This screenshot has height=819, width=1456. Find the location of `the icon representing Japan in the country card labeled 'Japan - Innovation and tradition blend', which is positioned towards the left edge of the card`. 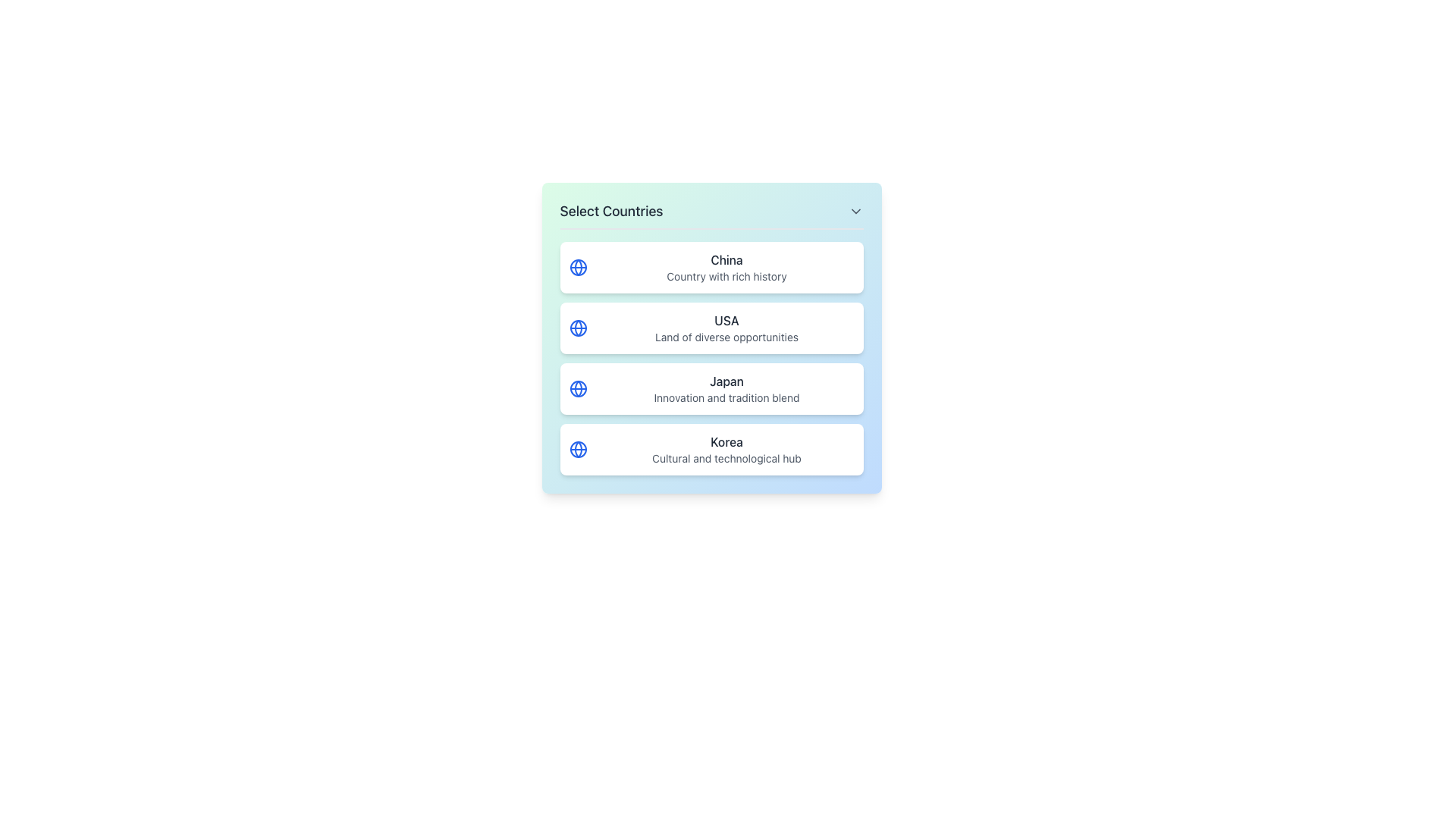

the icon representing Japan in the country card labeled 'Japan - Innovation and tradition blend', which is positioned towards the left edge of the card is located at coordinates (577, 388).